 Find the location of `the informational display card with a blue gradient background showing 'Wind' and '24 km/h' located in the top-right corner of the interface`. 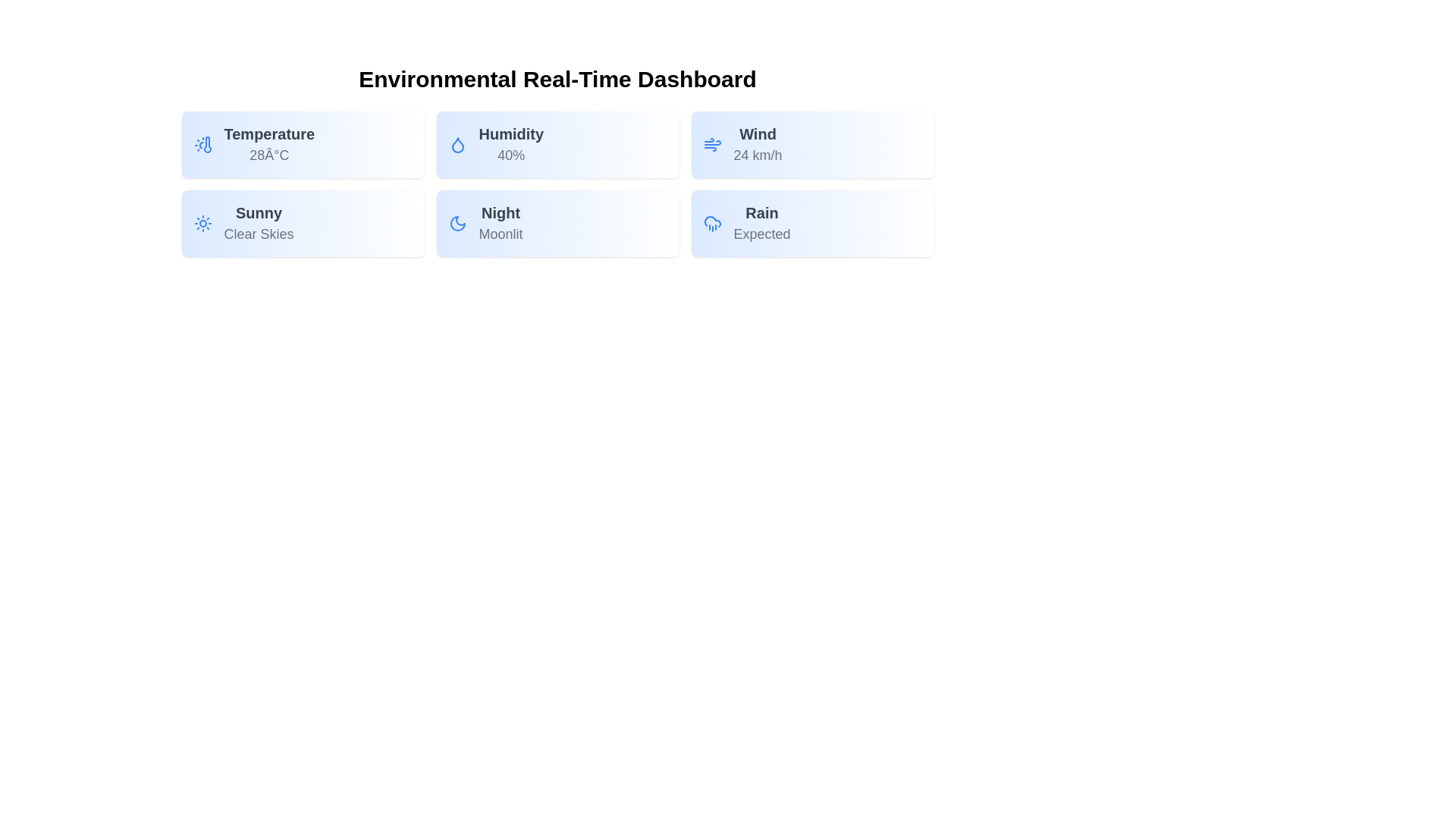

the informational display card with a blue gradient background showing 'Wind' and '24 km/h' located in the top-right corner of the interface is located at coordinates (811, 145).